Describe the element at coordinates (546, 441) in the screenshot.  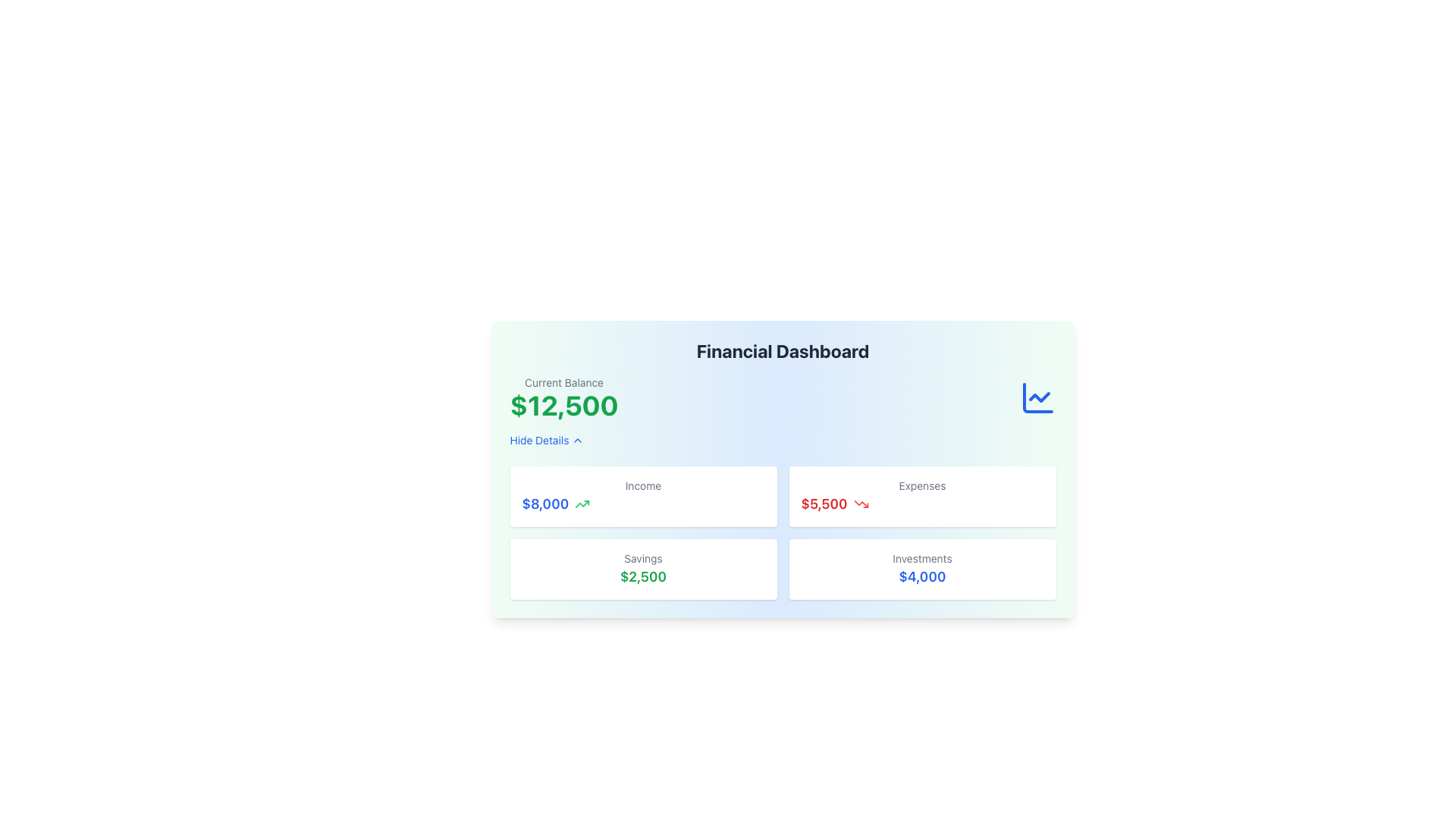
I see `the interactive link styled in blue with an underline that reads 'Hide Details'` at that location.